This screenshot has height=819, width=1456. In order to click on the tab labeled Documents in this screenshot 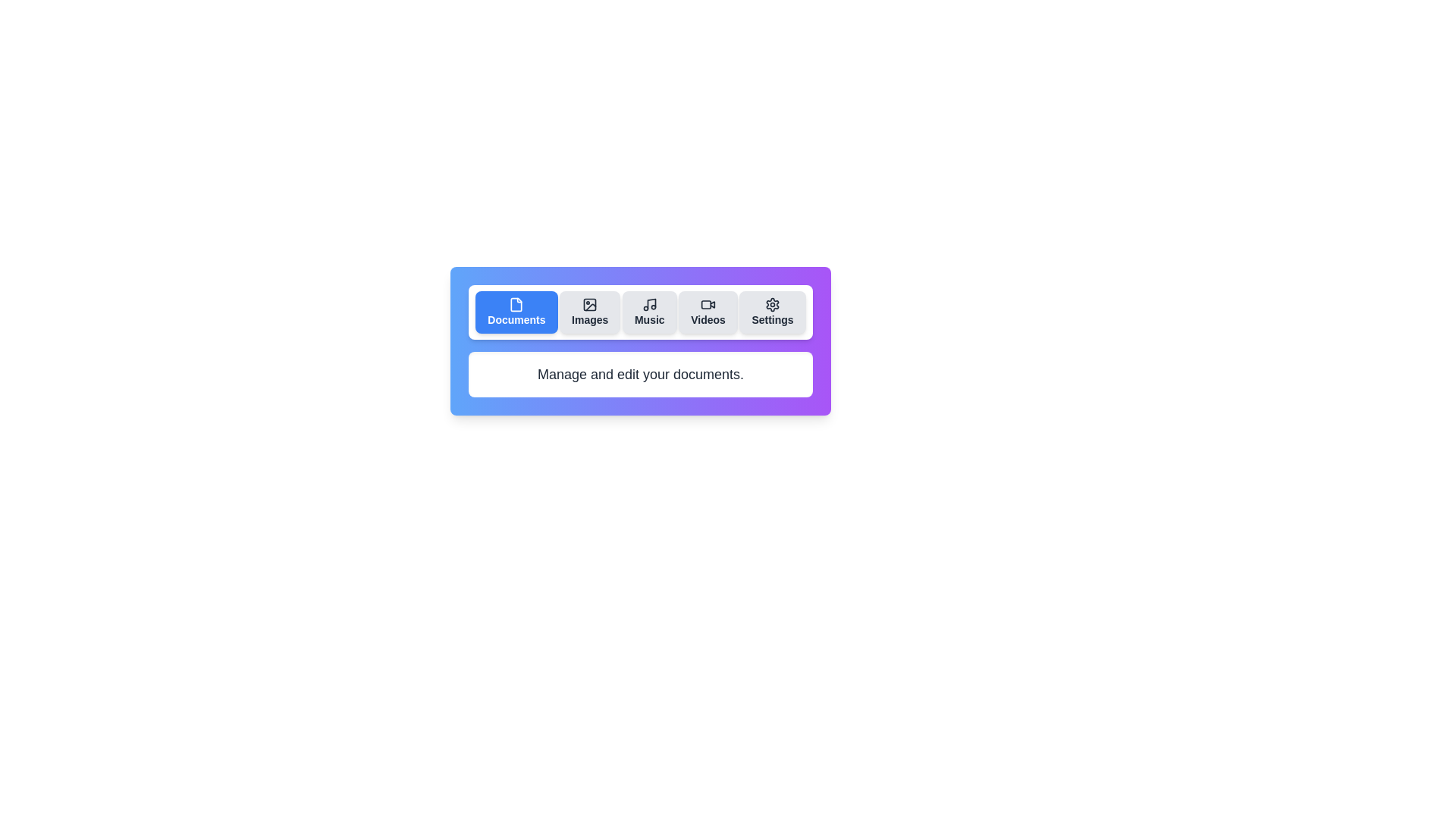, I will do `click(516, 312)`.